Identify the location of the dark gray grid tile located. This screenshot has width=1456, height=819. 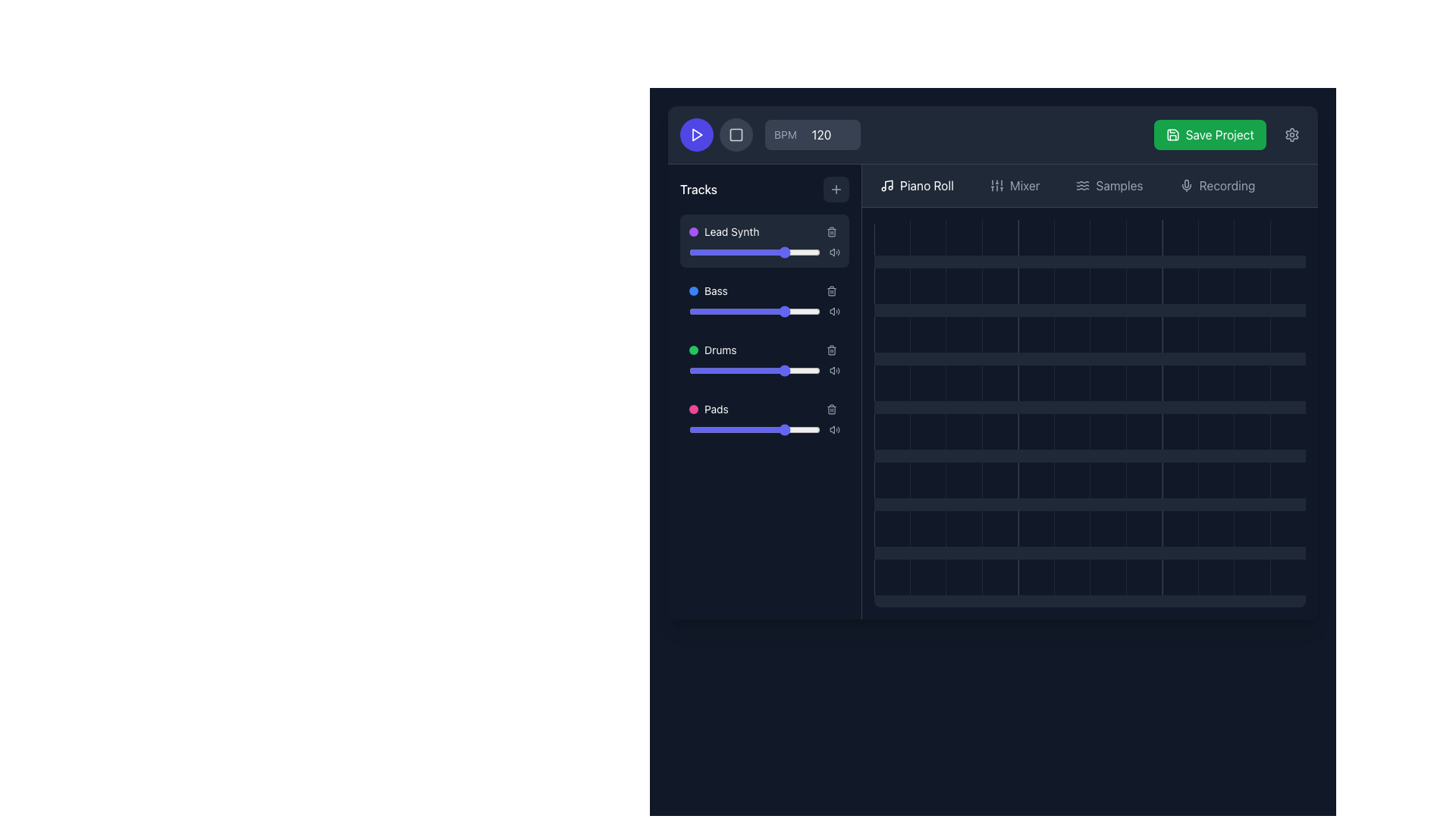
(1035, 577).